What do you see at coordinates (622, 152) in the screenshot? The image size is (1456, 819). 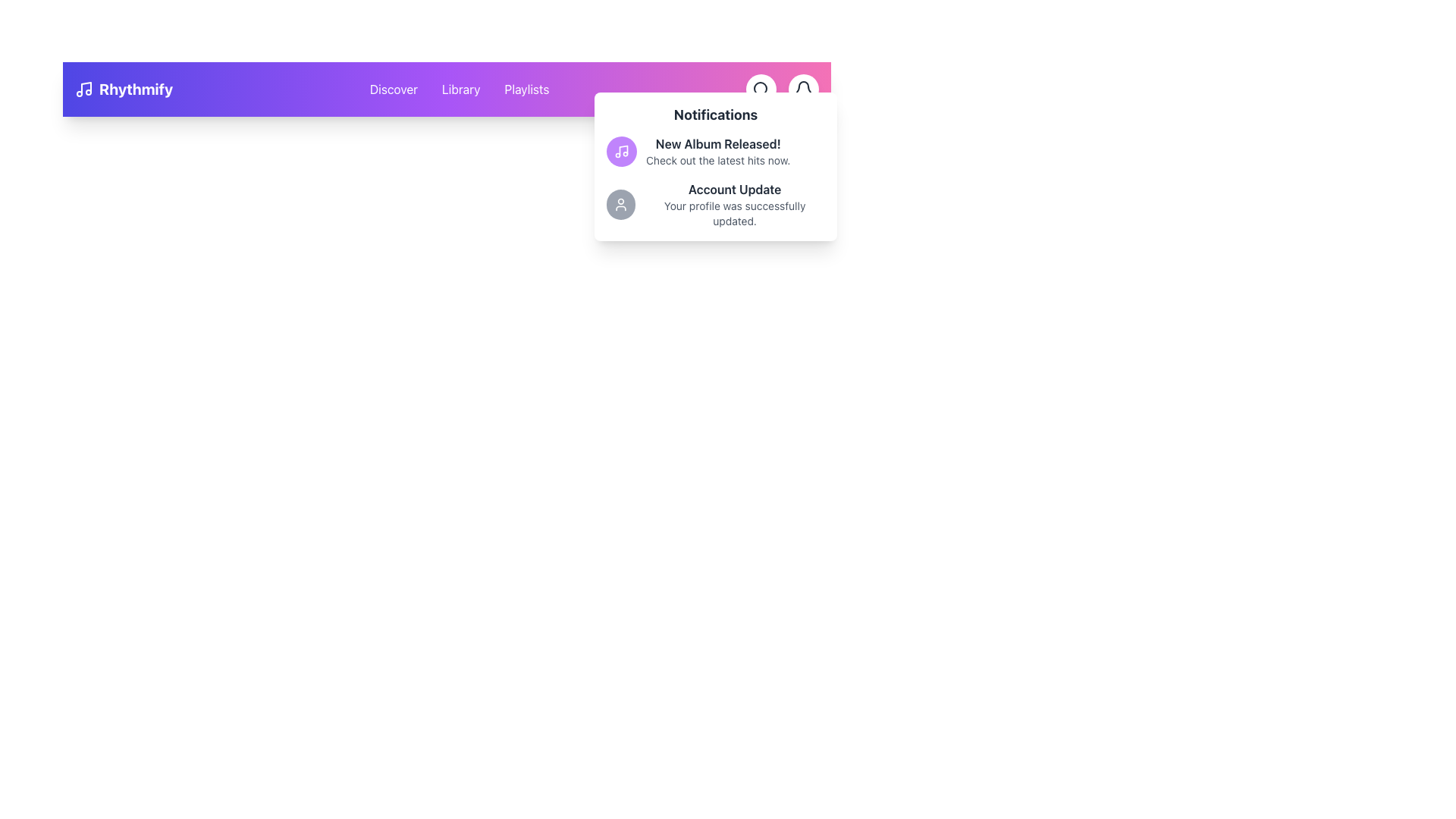 I see `the music notification icon located in the top-right corner of the notification dropdown, next to the 'New Album Released!' text label` at bounding box center [622, 152].